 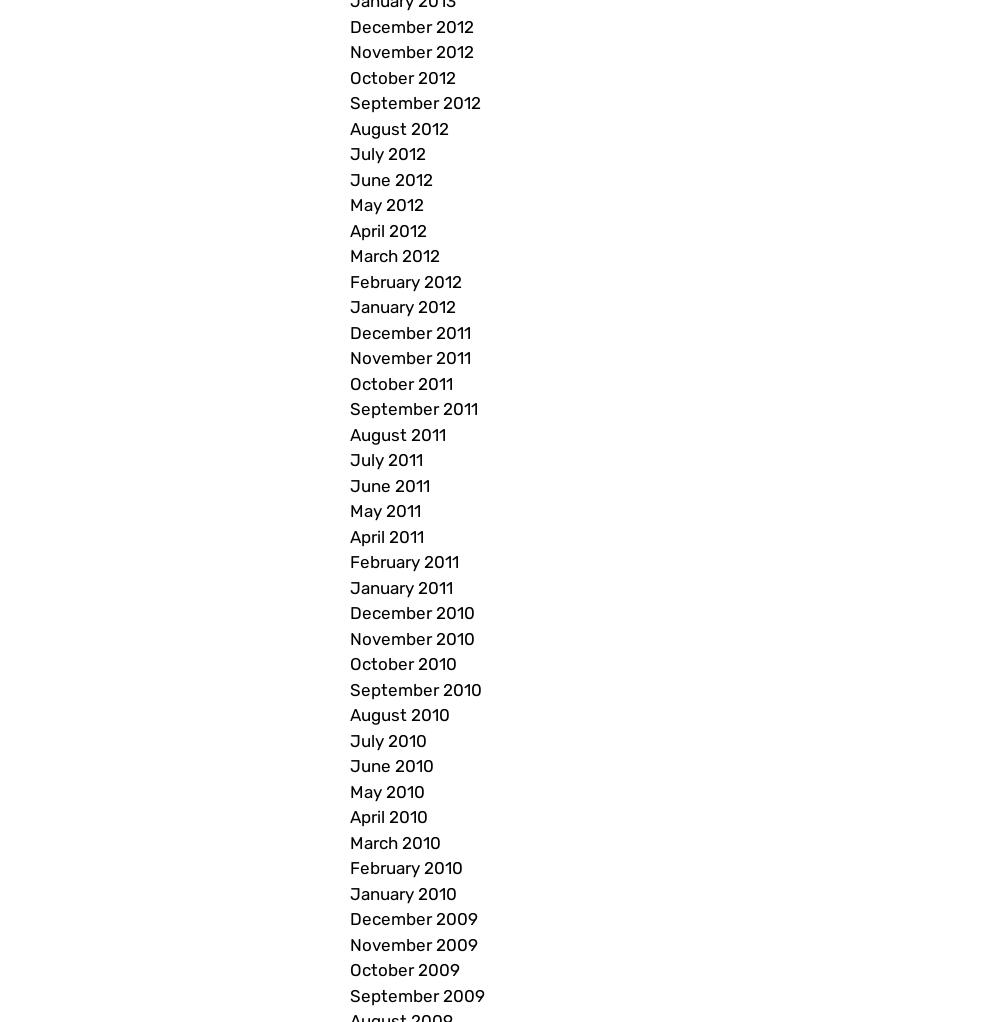 What do you see at coordinates (406, 867) in the screenshot?
I see `'February 2010'` at bounding box center [406, 867].